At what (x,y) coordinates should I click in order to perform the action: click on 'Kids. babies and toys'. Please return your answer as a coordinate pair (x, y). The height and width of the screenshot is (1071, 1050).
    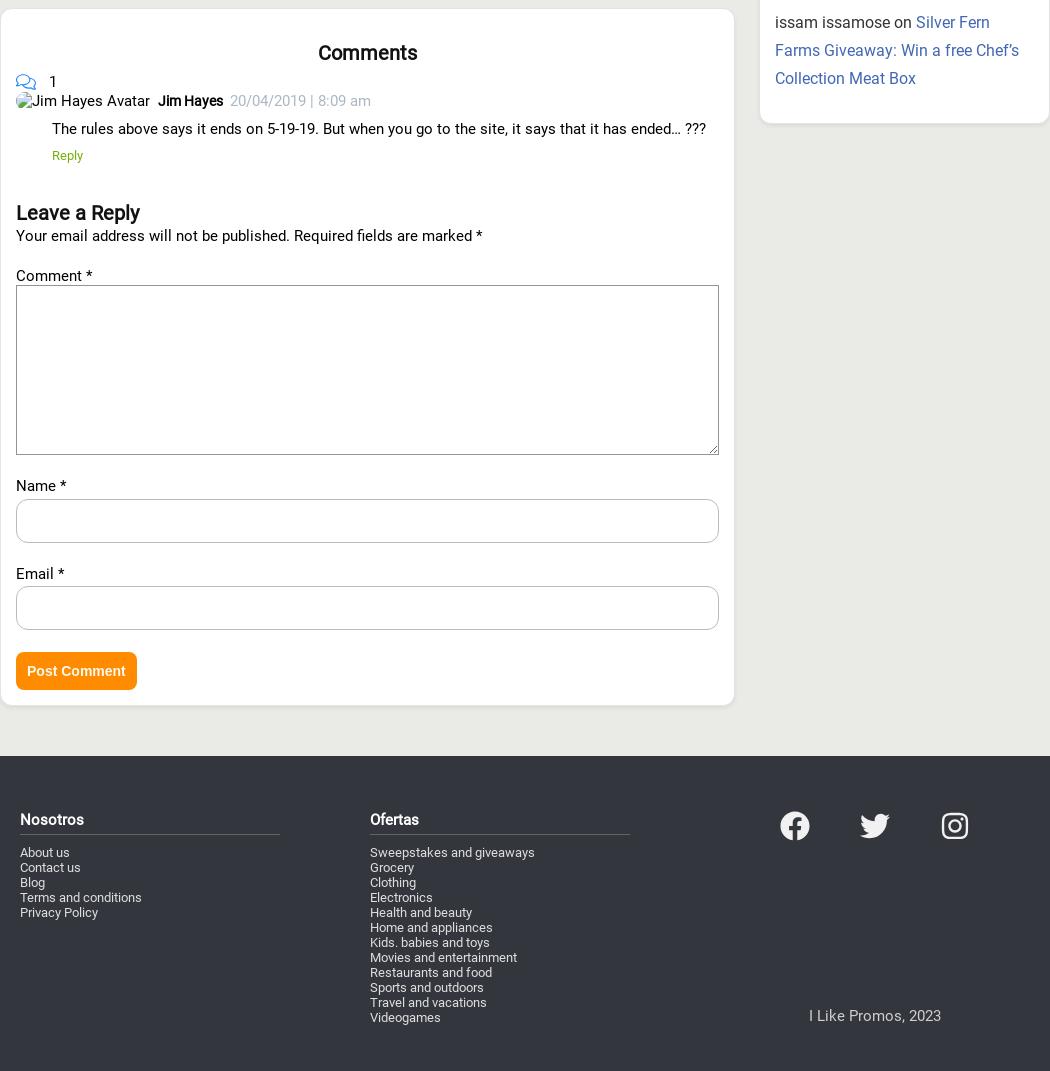
    Looking at the image, I should click on (428, 832).